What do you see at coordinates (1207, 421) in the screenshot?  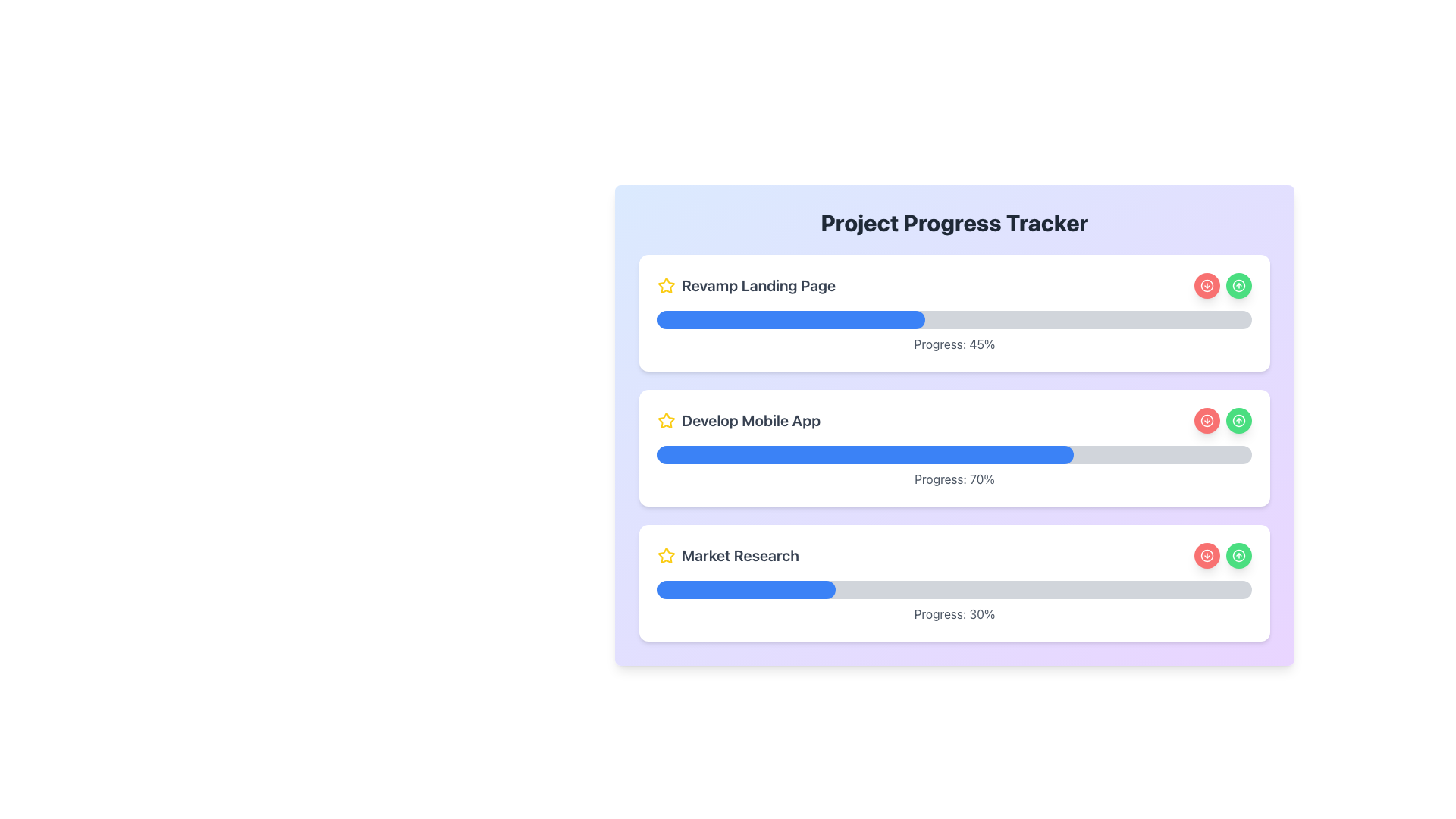 I see `the circular button with a red background and a downward arrow icon, located in the bottom-right corner of the 'Develop Mobile App' section` at bounding box center [1207, 421].